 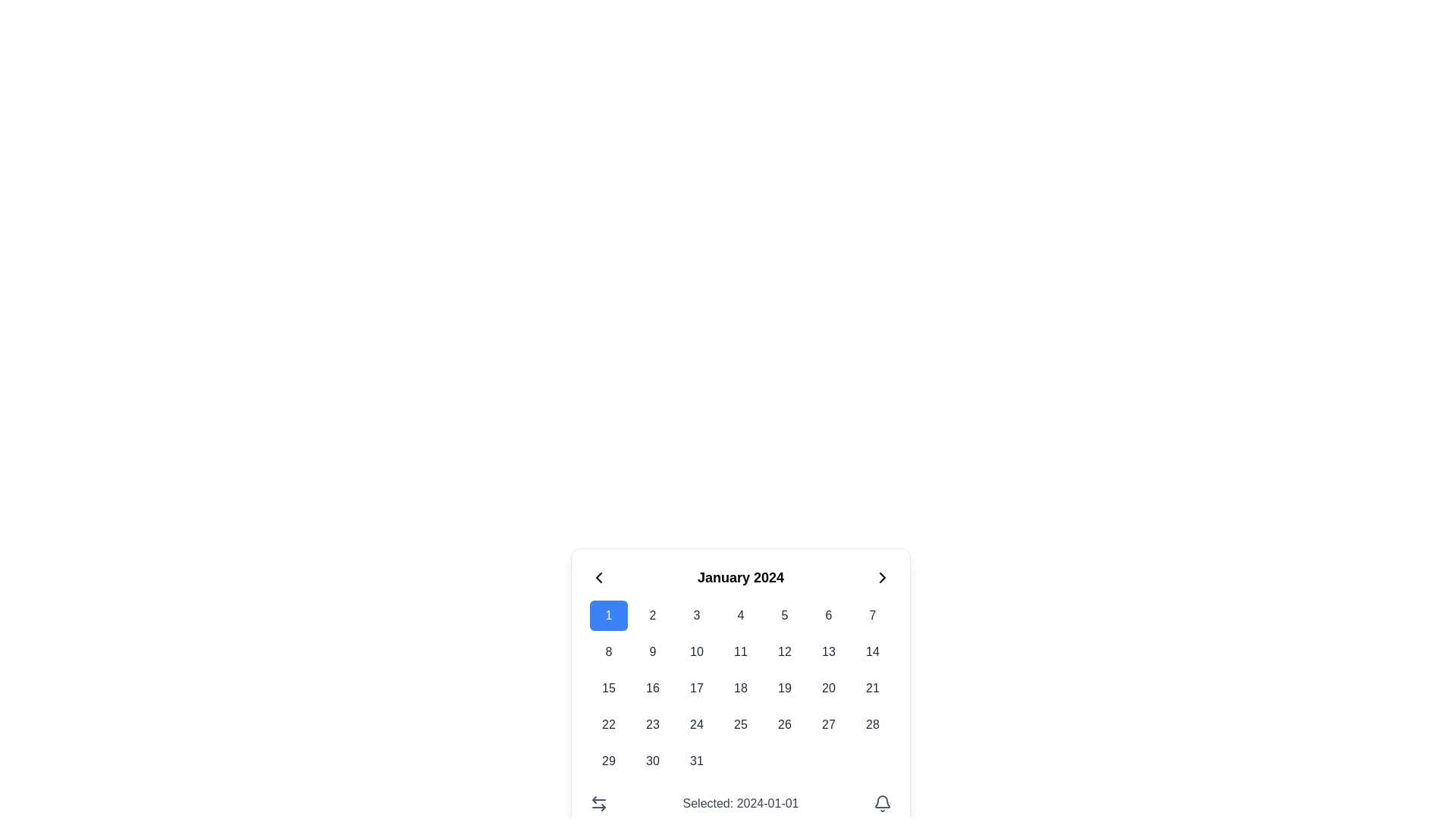 I want to click on the date '17' by clicking on the button-like calendar cell which is styled with gray font and a hover effect, located in the third row and third column of the calendar grid, so click(x=695, y=688).